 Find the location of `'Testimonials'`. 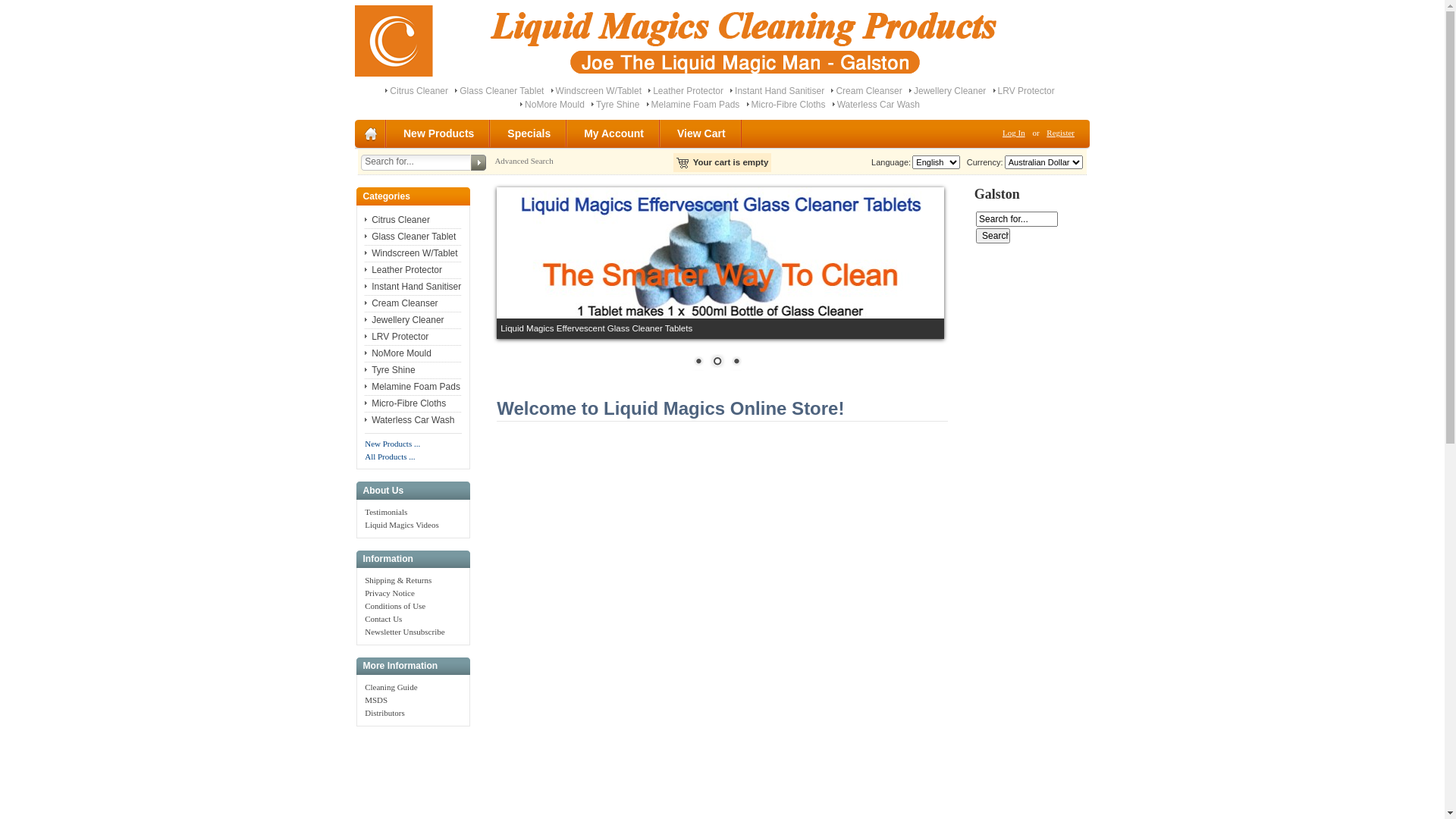

'Testimonials' is located at coordinates (385, 512).